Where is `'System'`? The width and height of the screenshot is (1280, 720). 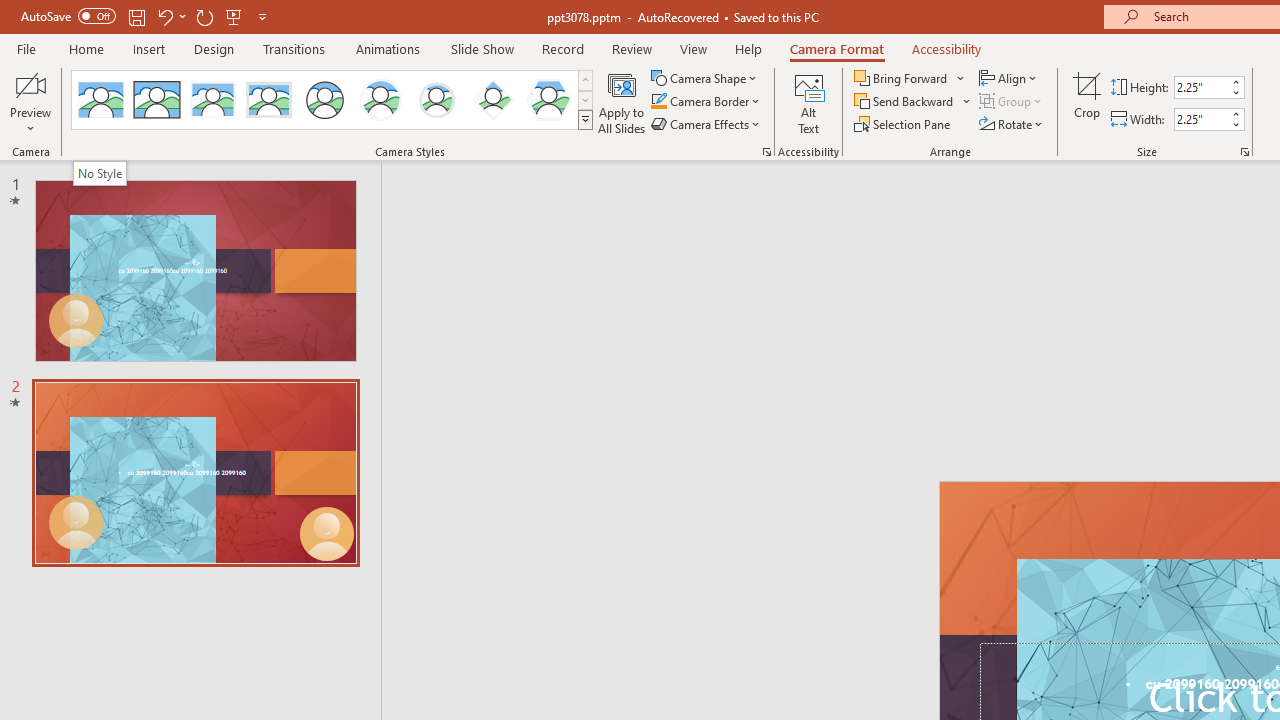 'System' is located at coordinates (10, 11).